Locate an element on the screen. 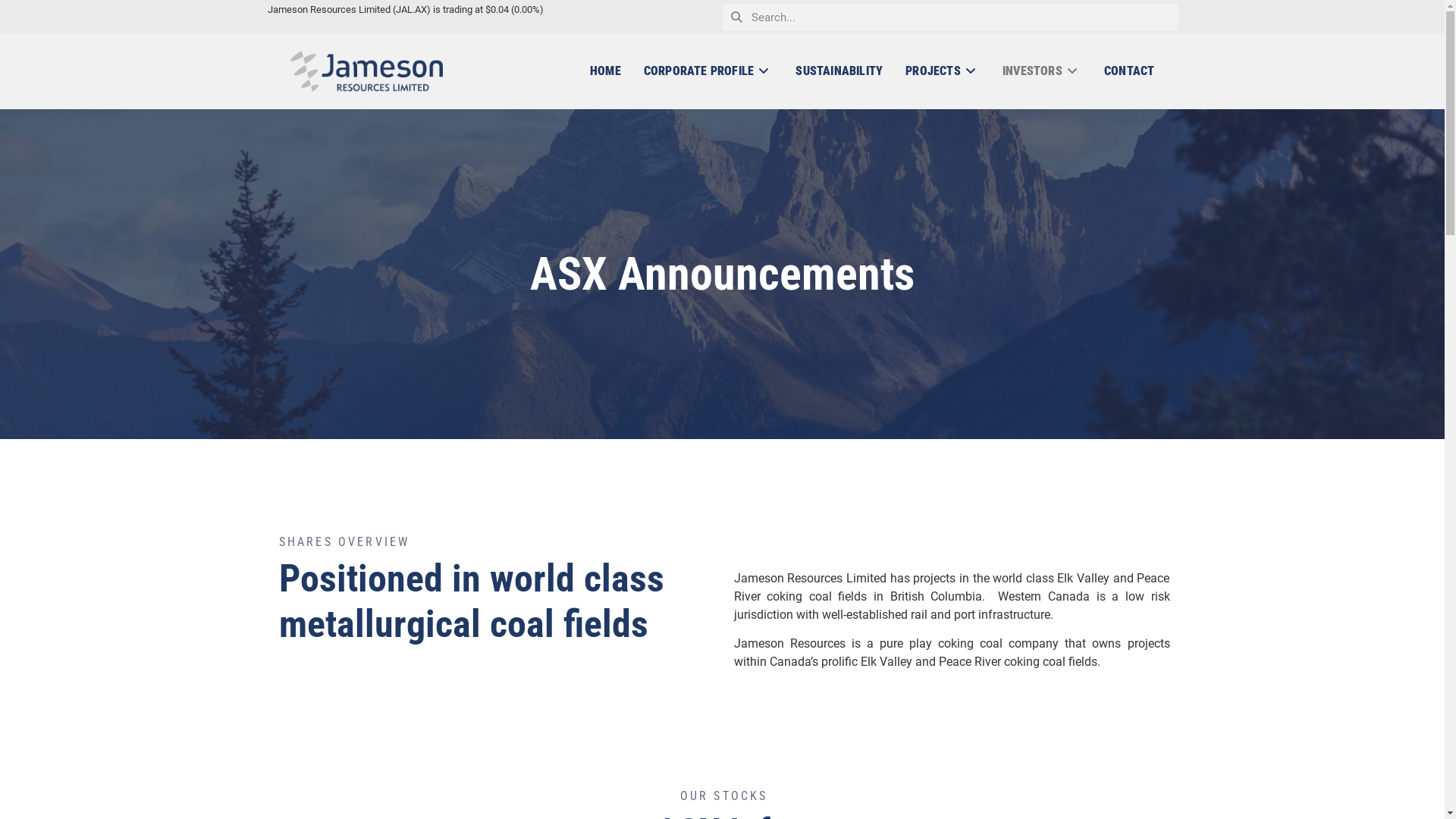  'CONTACT' is located at coordinates (1123, 71).